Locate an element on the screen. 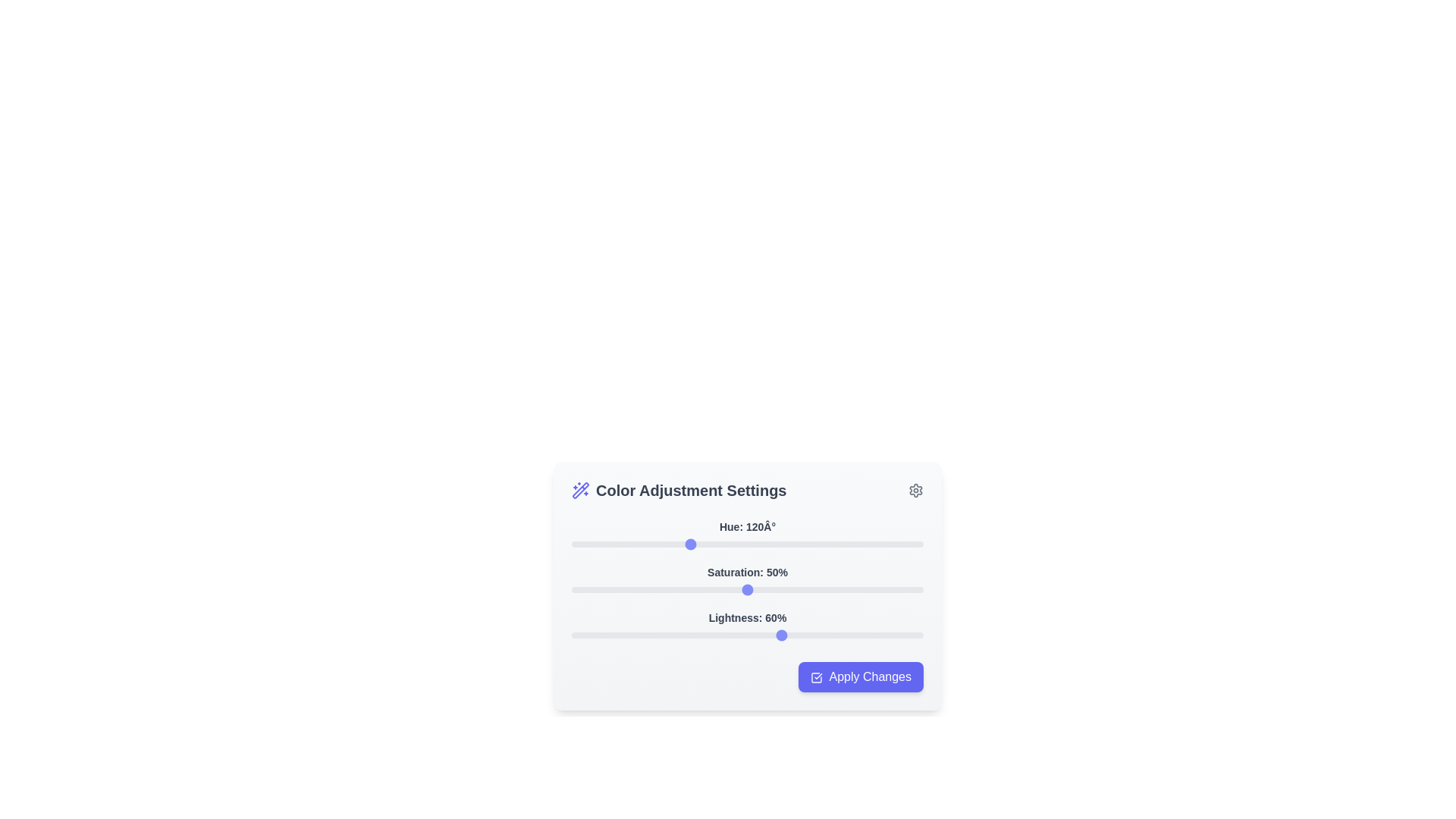 This screenshot has height=819, width=1456. the lightness is located at coordinates (902, 635).